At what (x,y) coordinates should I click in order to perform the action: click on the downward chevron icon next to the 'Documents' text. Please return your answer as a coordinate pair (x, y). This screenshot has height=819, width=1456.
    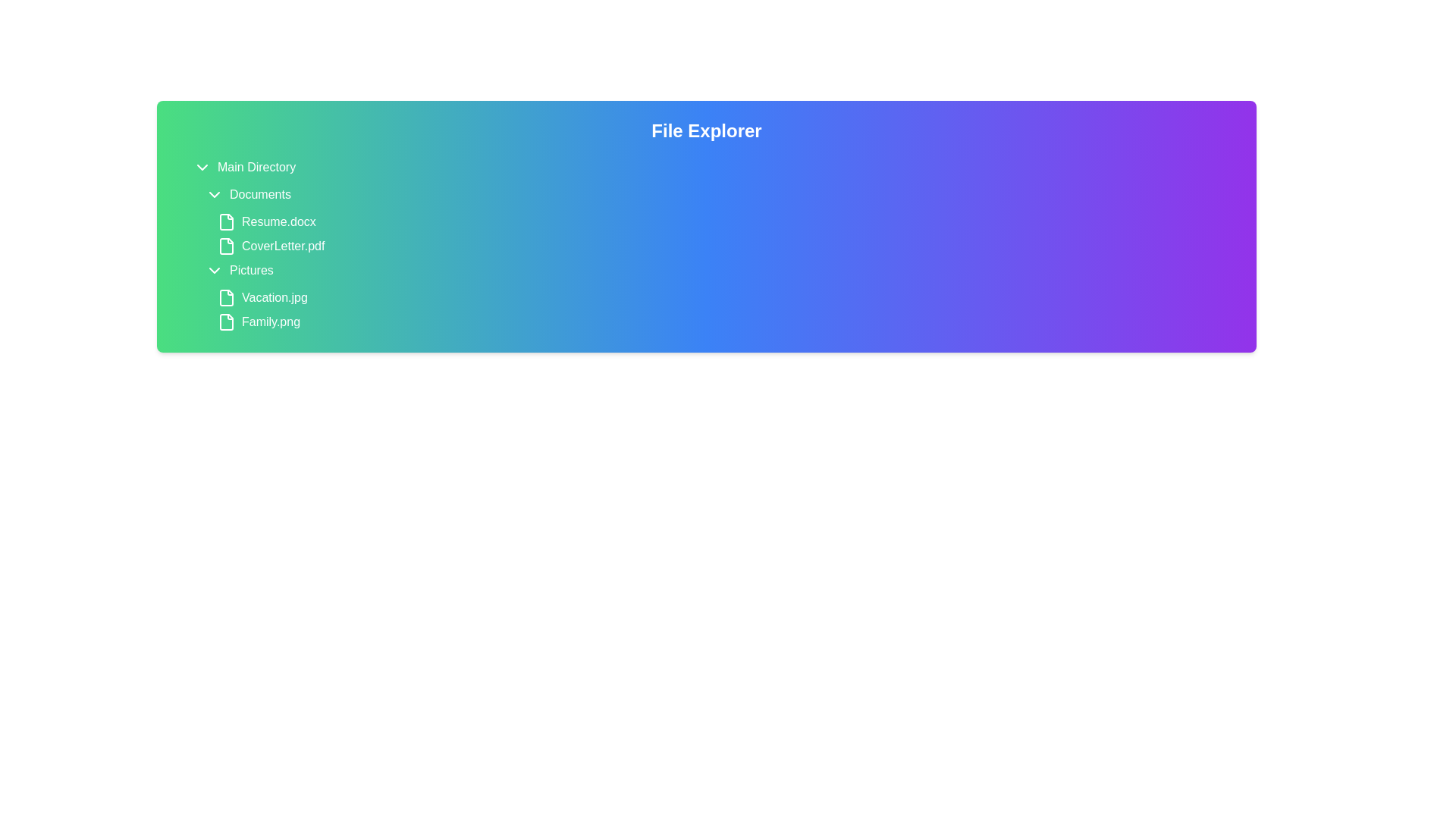
    Looking at the image, I should click on (214, 194).